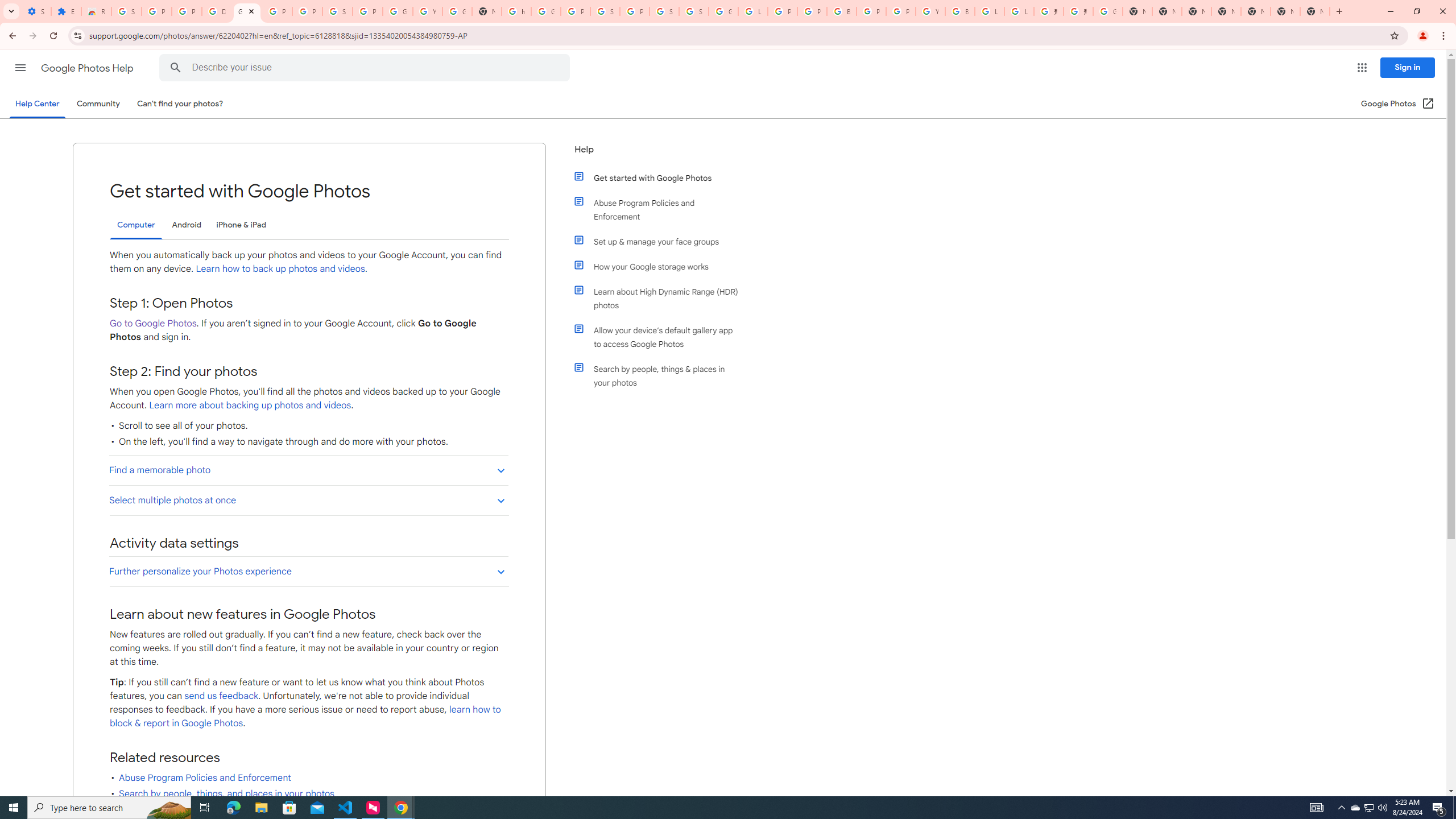  I want to click on 'Learn how to back up photos and videos', so click(280, 268).